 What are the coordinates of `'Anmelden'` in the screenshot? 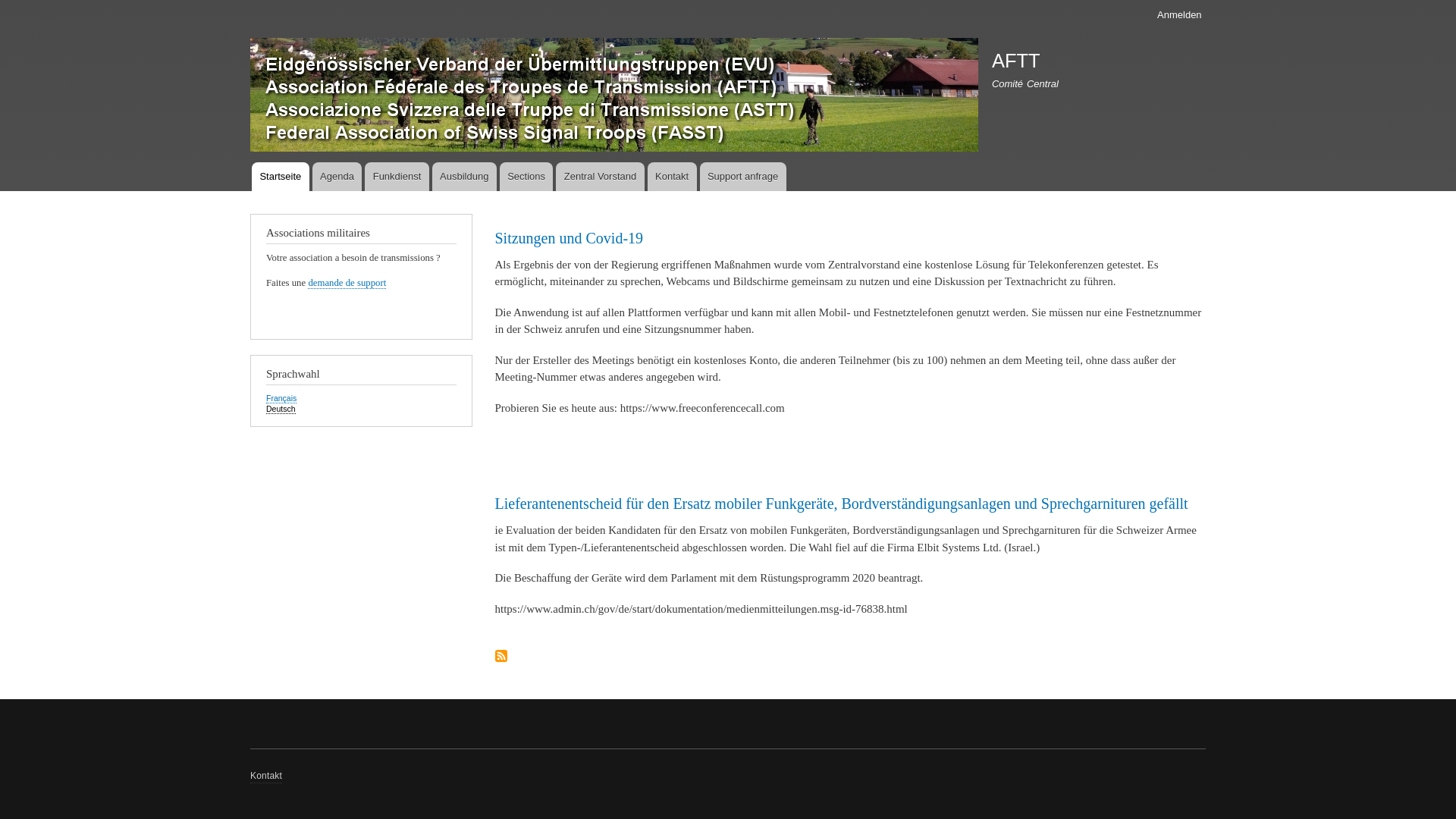 It's located at (1178, 14).